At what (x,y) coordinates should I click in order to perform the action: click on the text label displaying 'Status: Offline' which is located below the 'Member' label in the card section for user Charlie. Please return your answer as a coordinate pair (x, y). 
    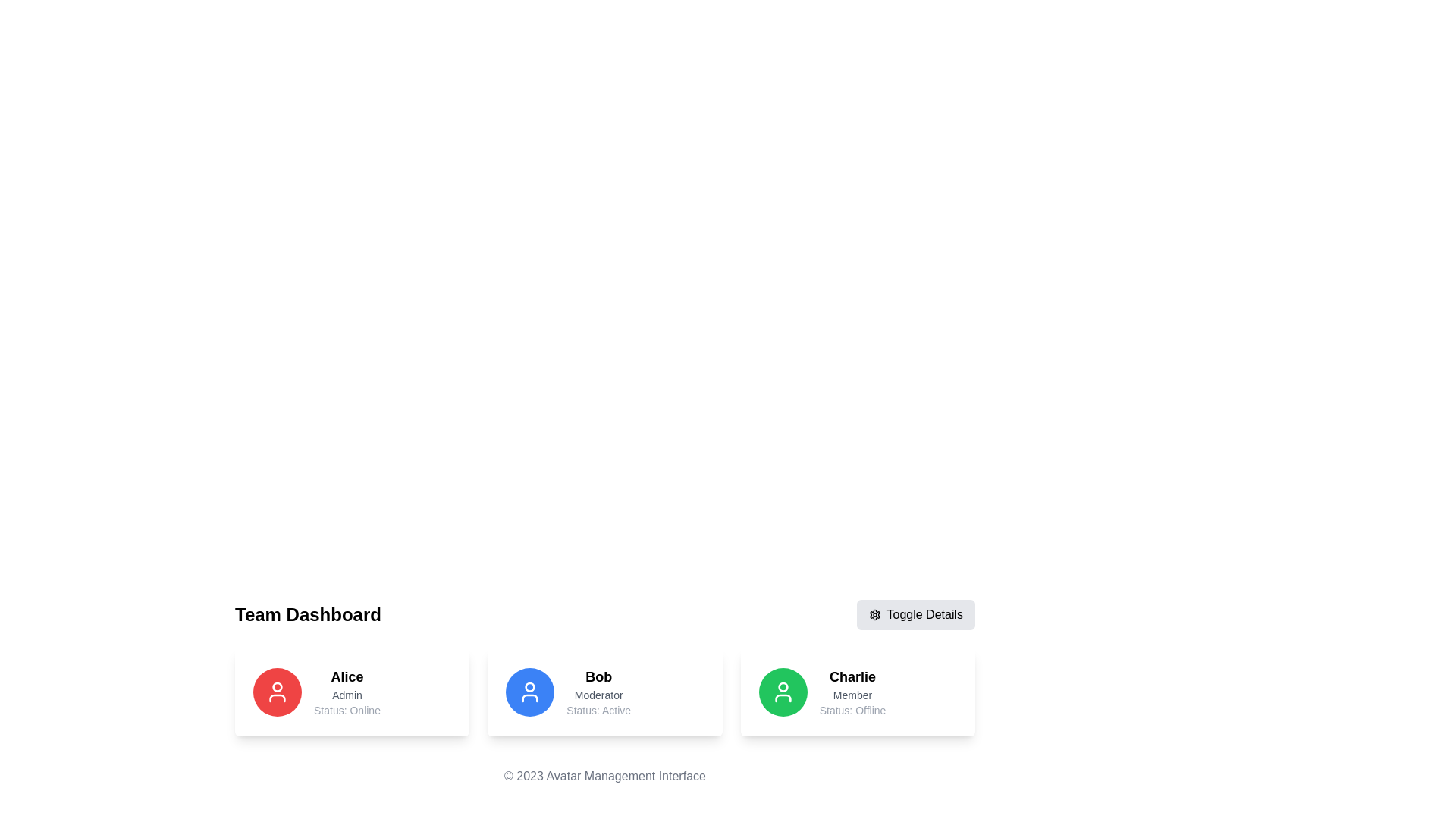
    Looking at the image, I should click on (852, 711).